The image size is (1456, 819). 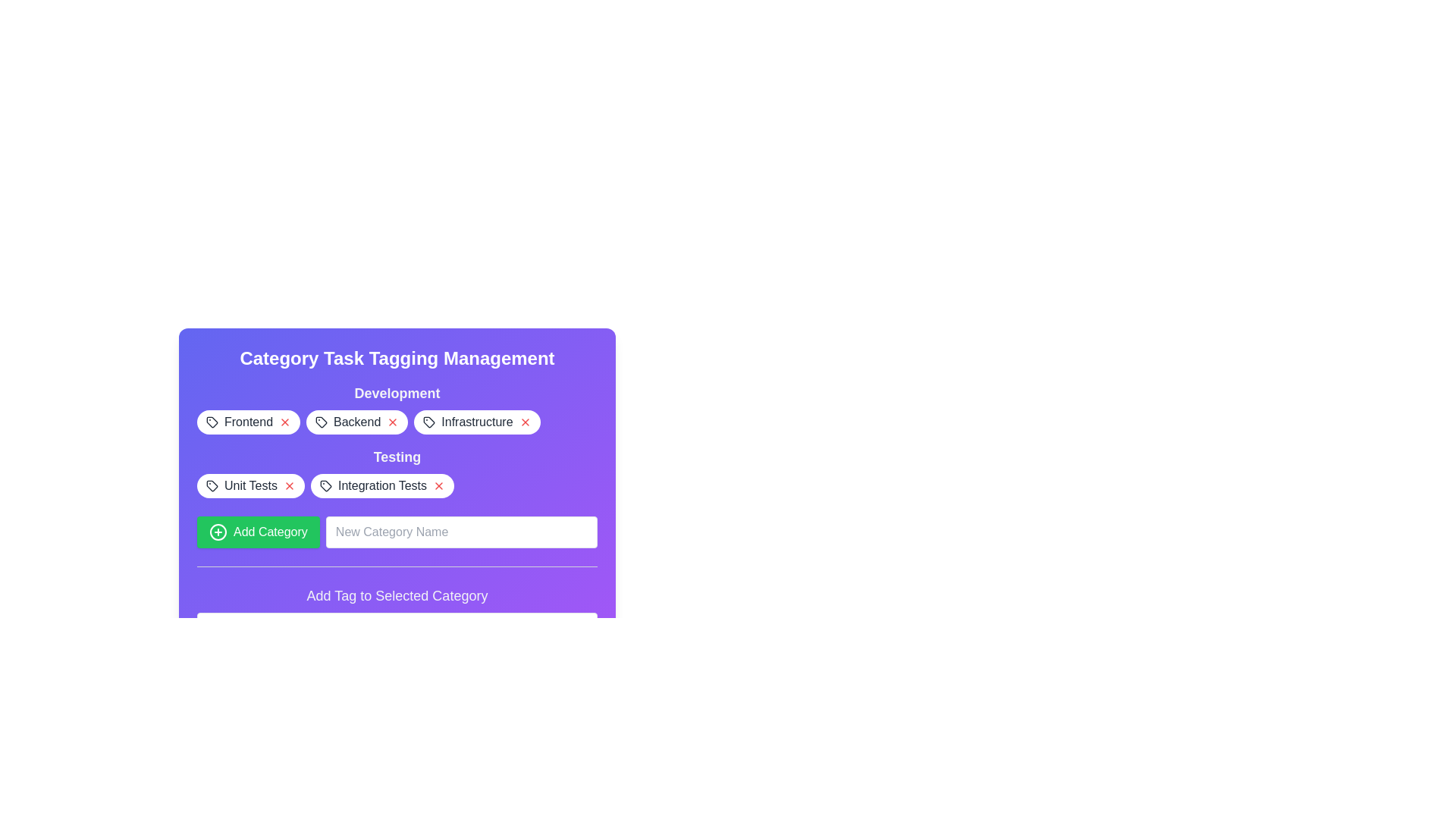 What do you see at coordinates (397, 422) in the screenshot?
I see `the individual tag buttons in the group located under the 'Development' heading by clicking on them` at bounding box center [397, 422].